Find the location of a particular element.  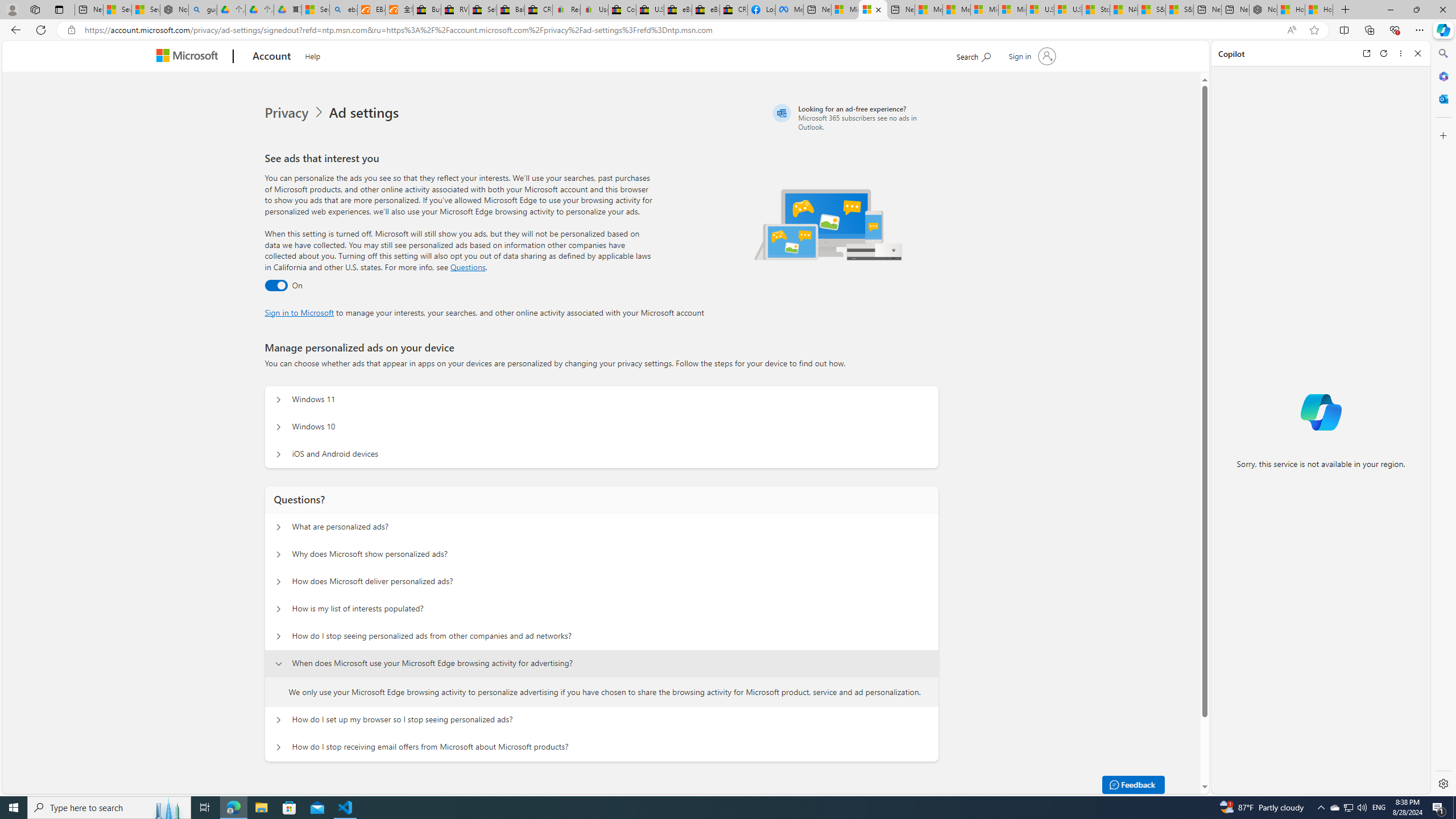

'Search Microsoft.com' is located at coordinates (973, 55).